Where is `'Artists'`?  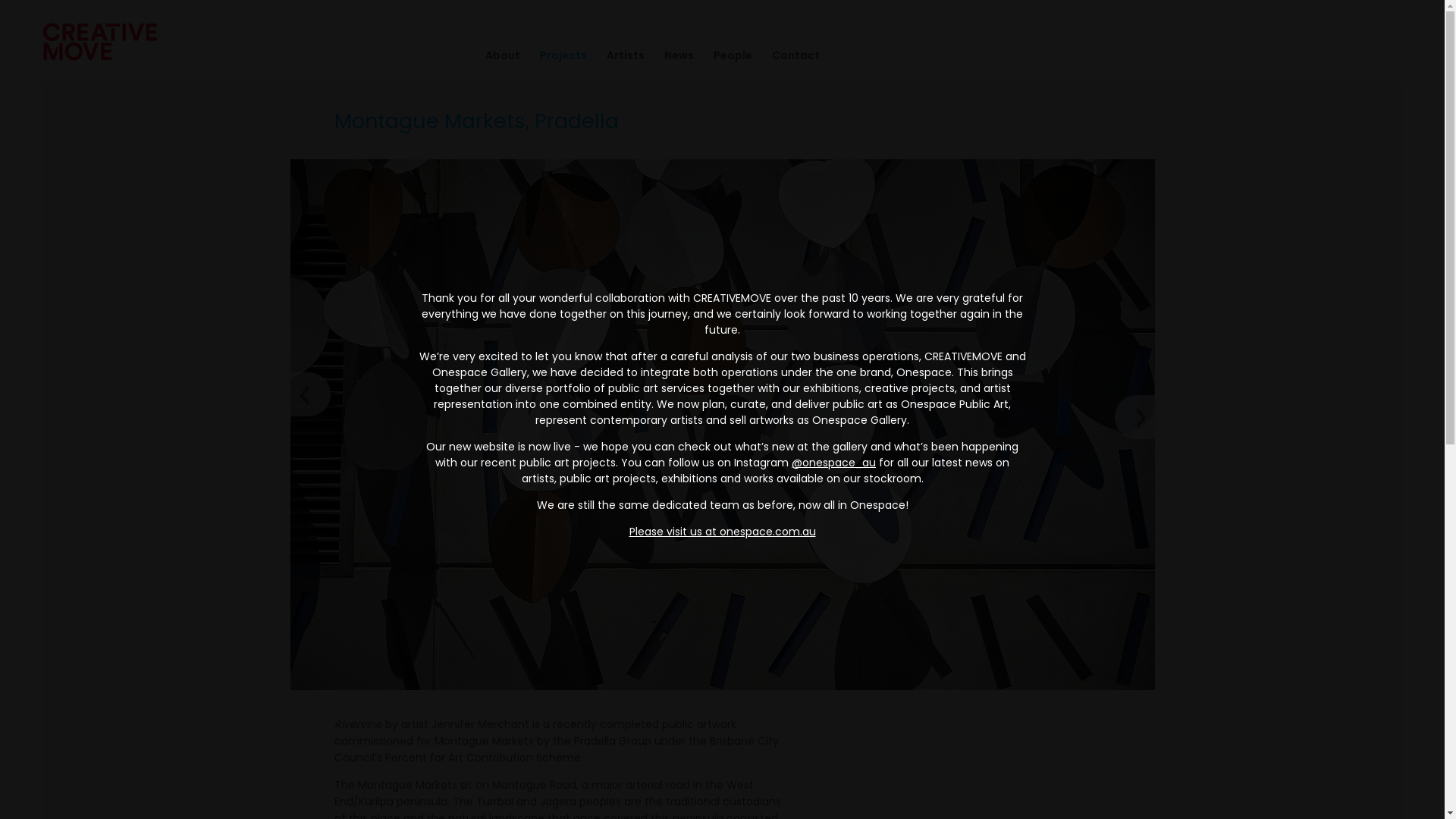
'Artists' is located at coordinates (585, 55).